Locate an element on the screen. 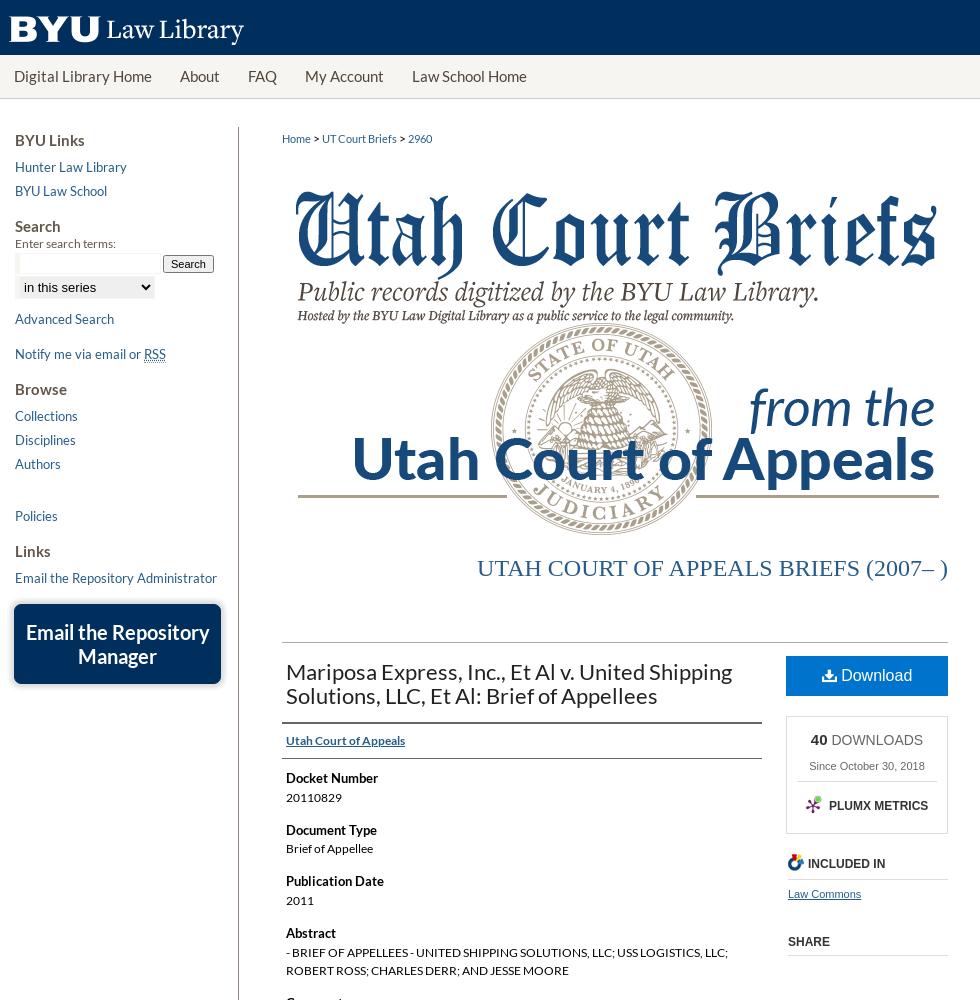 Image resolution: width=980 pixels, height=1000 pixels. 'Links' is located at coordinates (33, 550).